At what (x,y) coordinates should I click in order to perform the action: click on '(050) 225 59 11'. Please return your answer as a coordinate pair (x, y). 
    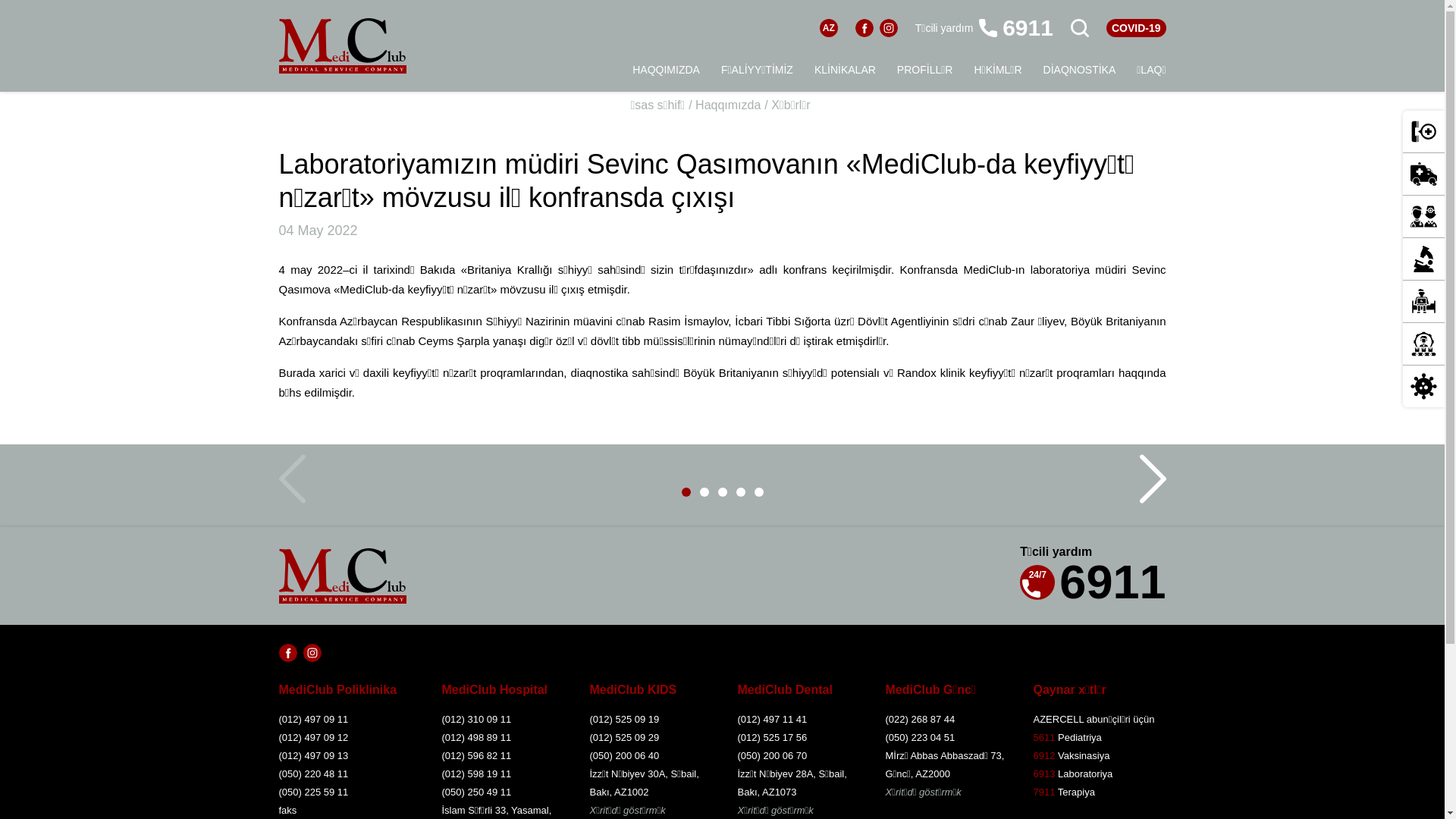
    Looking at the image, I should click on (346, 792).